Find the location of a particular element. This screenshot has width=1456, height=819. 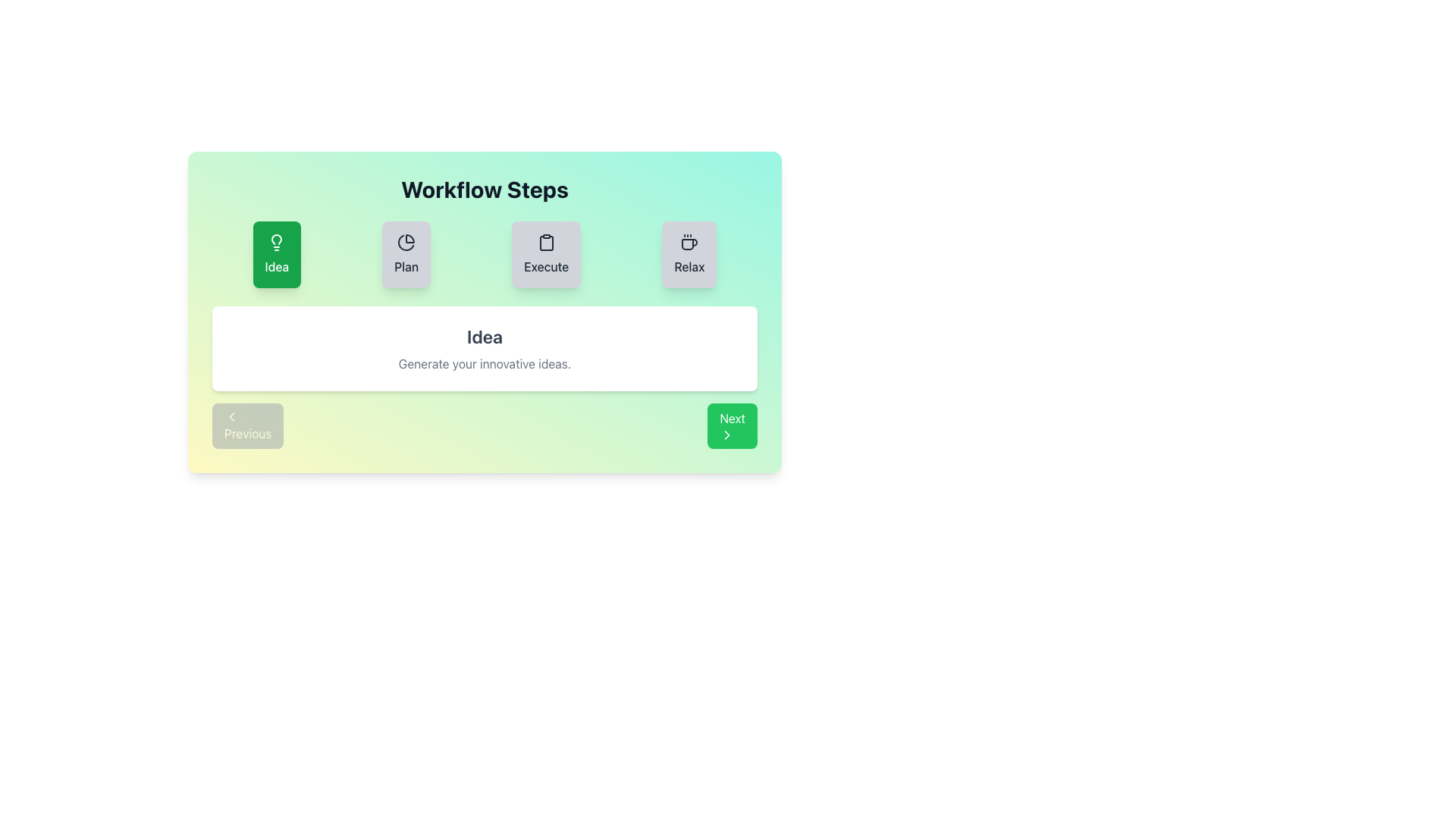

the 'Relax' button, which is the fourth button in a row of four buttons labeled 'Idea', 'Plan', 'Execute', and 'Relax' is located at coordinates (689, 253).